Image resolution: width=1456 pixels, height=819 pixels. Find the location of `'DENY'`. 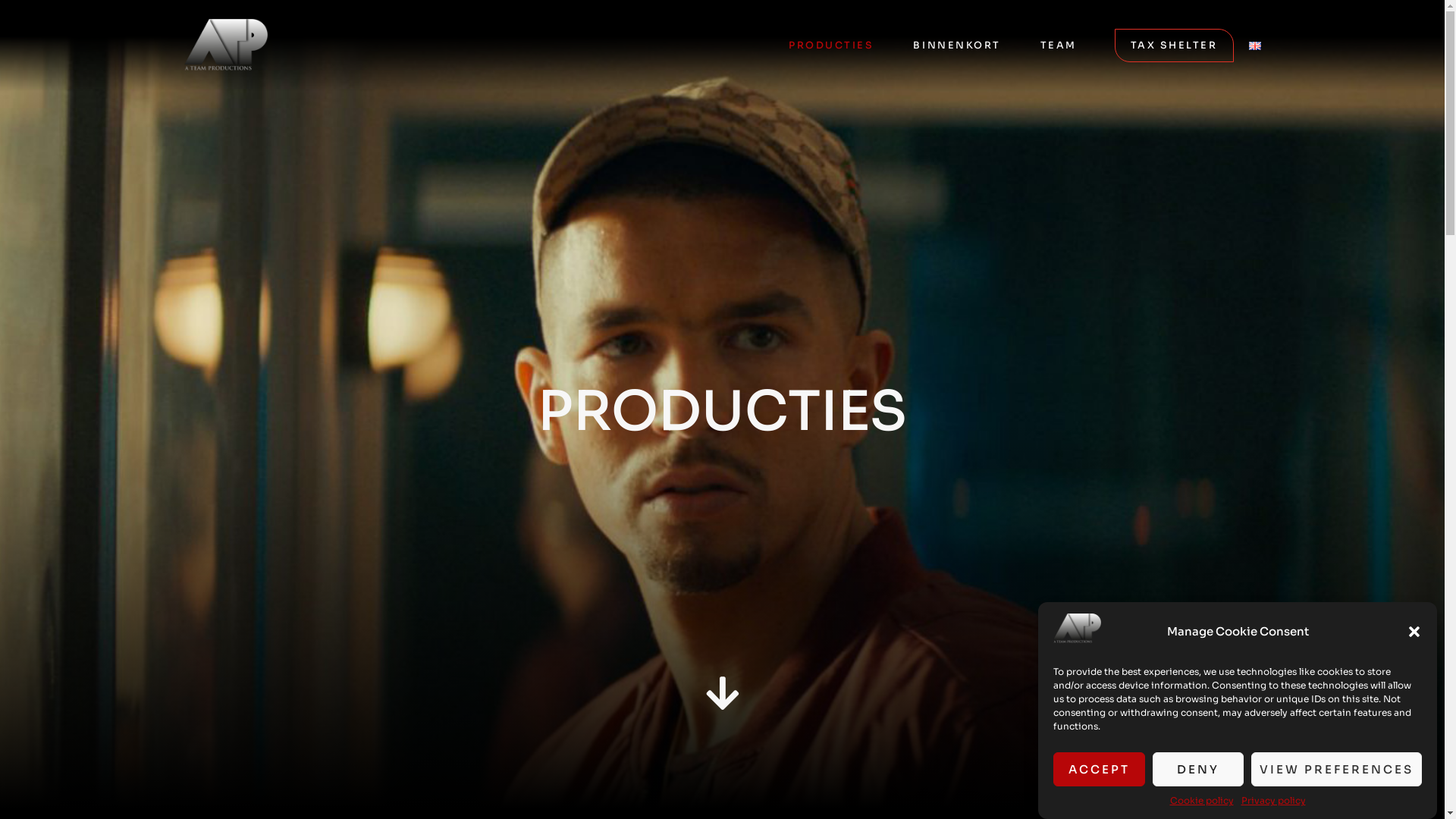

'DENY' is located at coordinates (1197, 769).